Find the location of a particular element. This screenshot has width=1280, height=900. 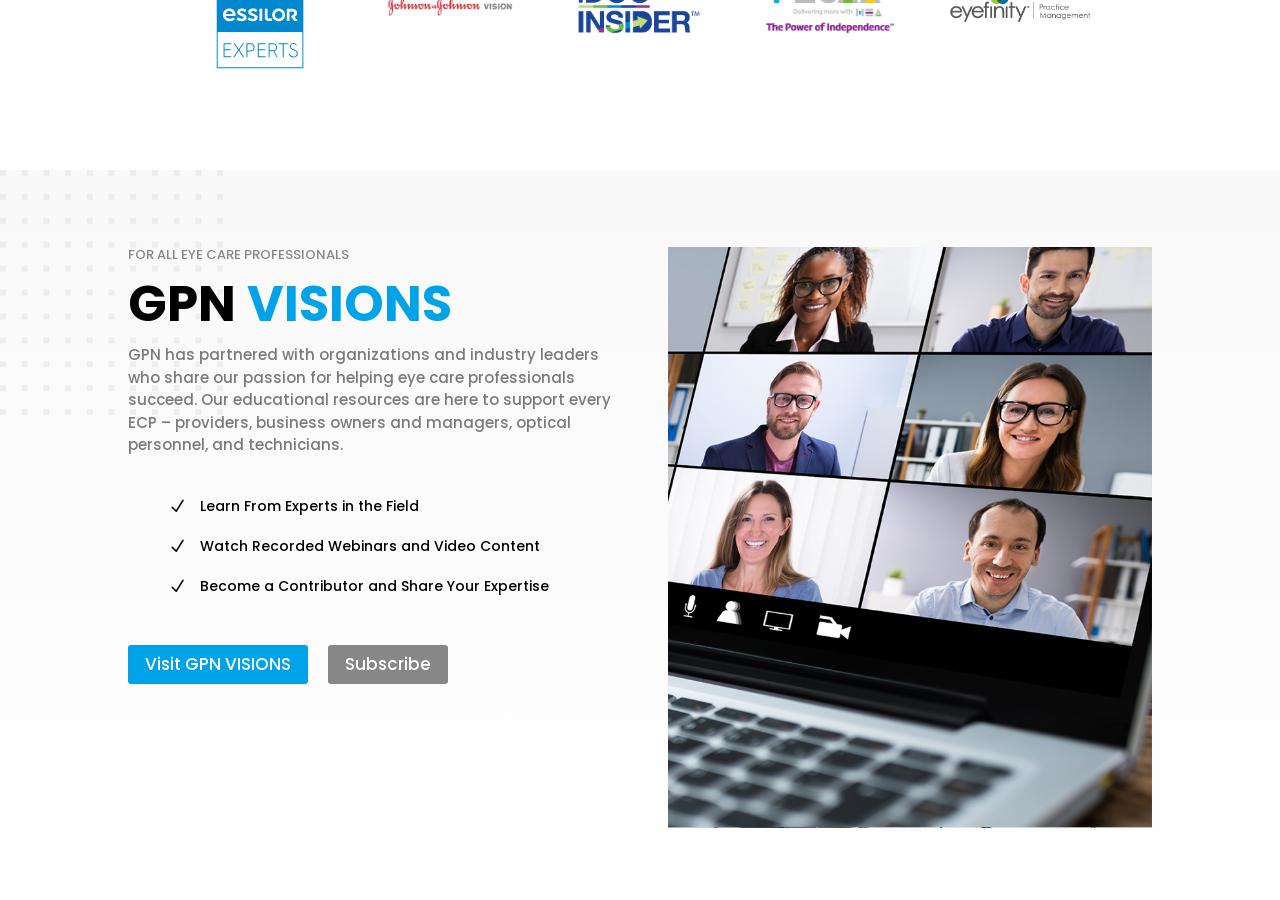

'For All Eye Care Professionals' is located at coordinates (127, 253).